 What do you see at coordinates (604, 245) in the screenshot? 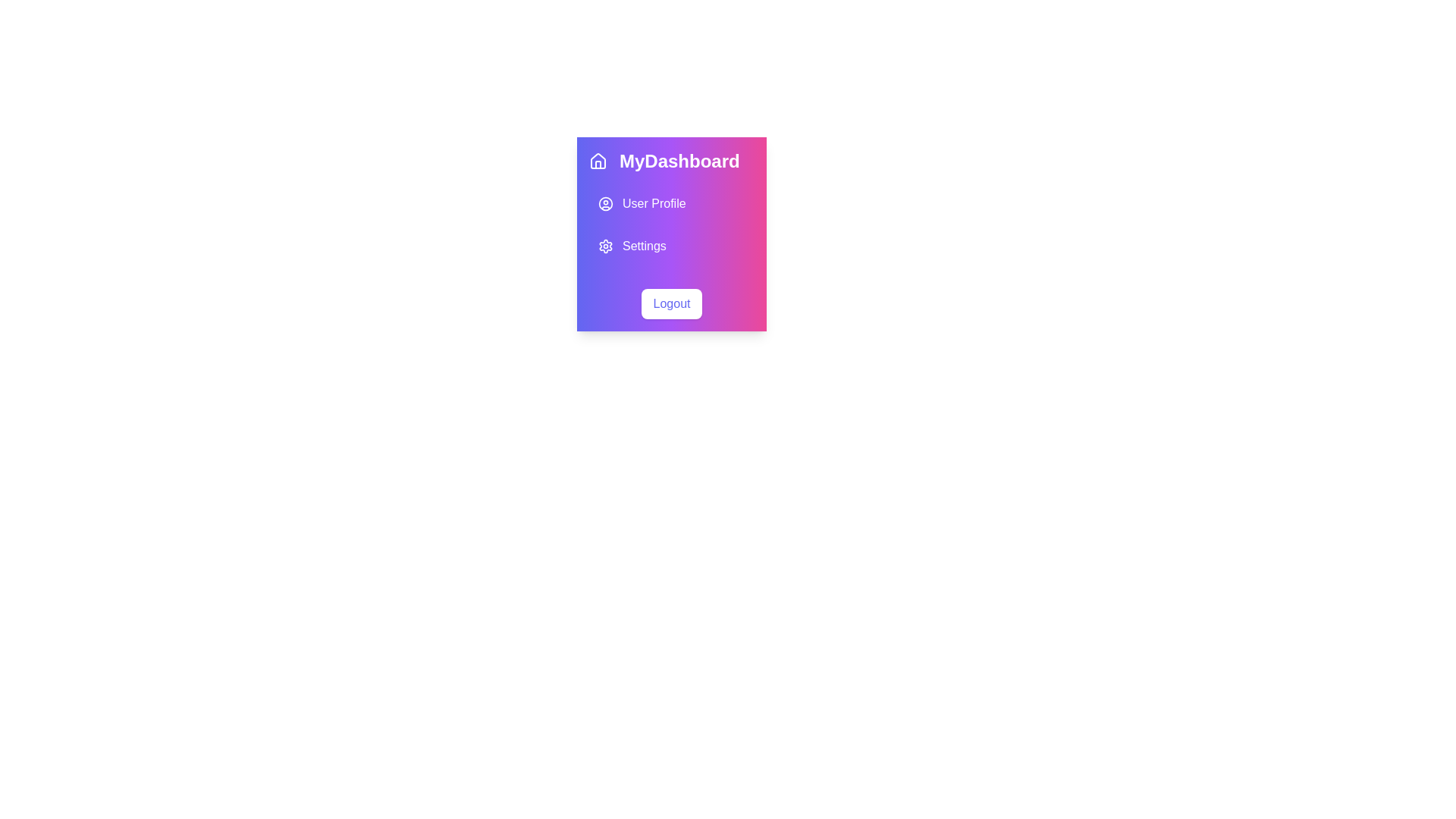
I see `the visual cue of the 'Settings' icon located in the sidebar, positioned to the left of the text 'Settings'` at bounding box center [604, 245].